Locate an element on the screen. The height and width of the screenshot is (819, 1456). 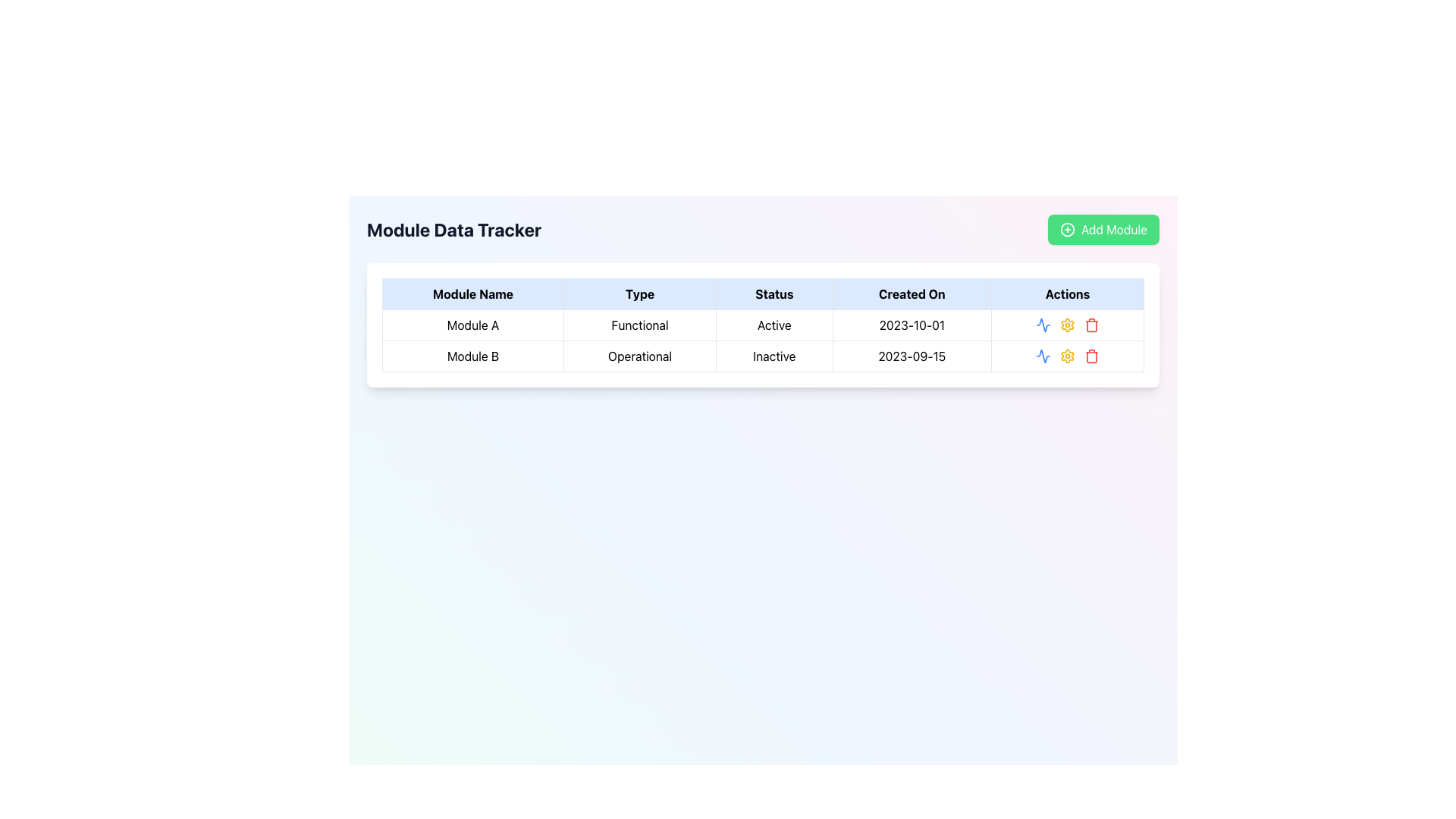
the 'Type' column header cell in the table, which is located between the 'Module Name' and 'Status' headers is located at coordinates (640, 294).